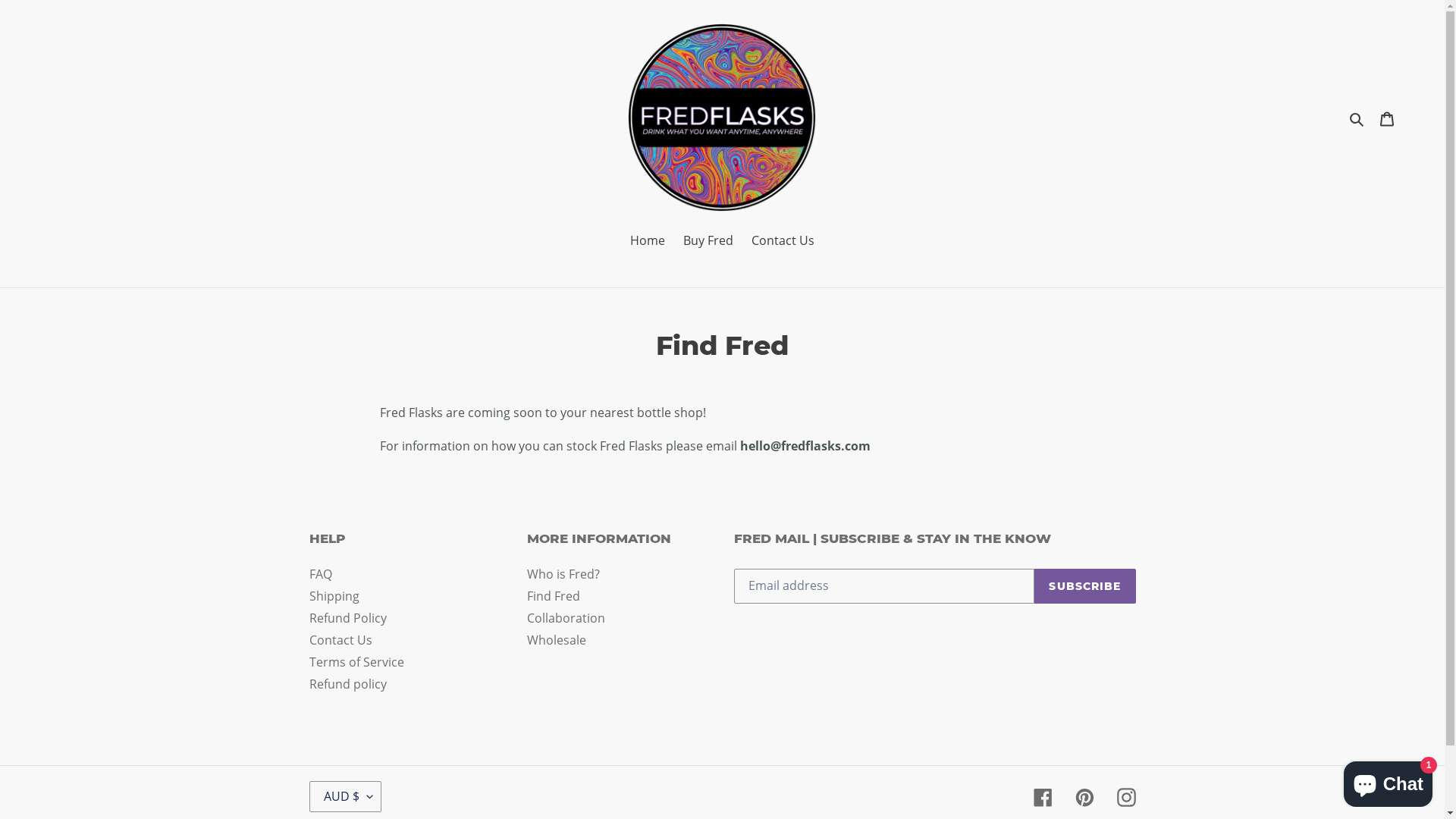  Describe the element at coordinates (344, 795) in the screenshot. I see `'AUD $'` at that location.